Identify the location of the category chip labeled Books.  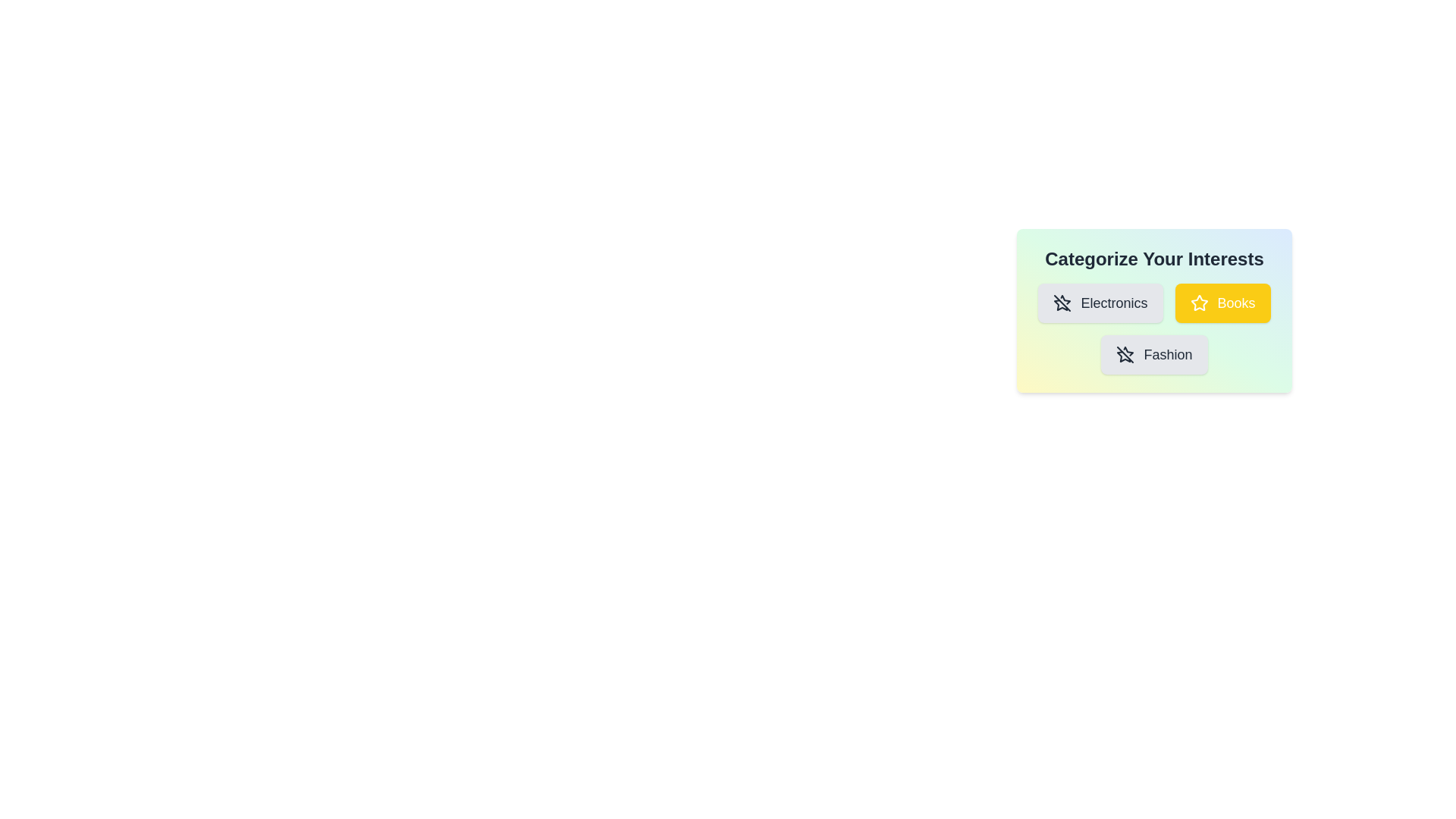
(1222, 303).